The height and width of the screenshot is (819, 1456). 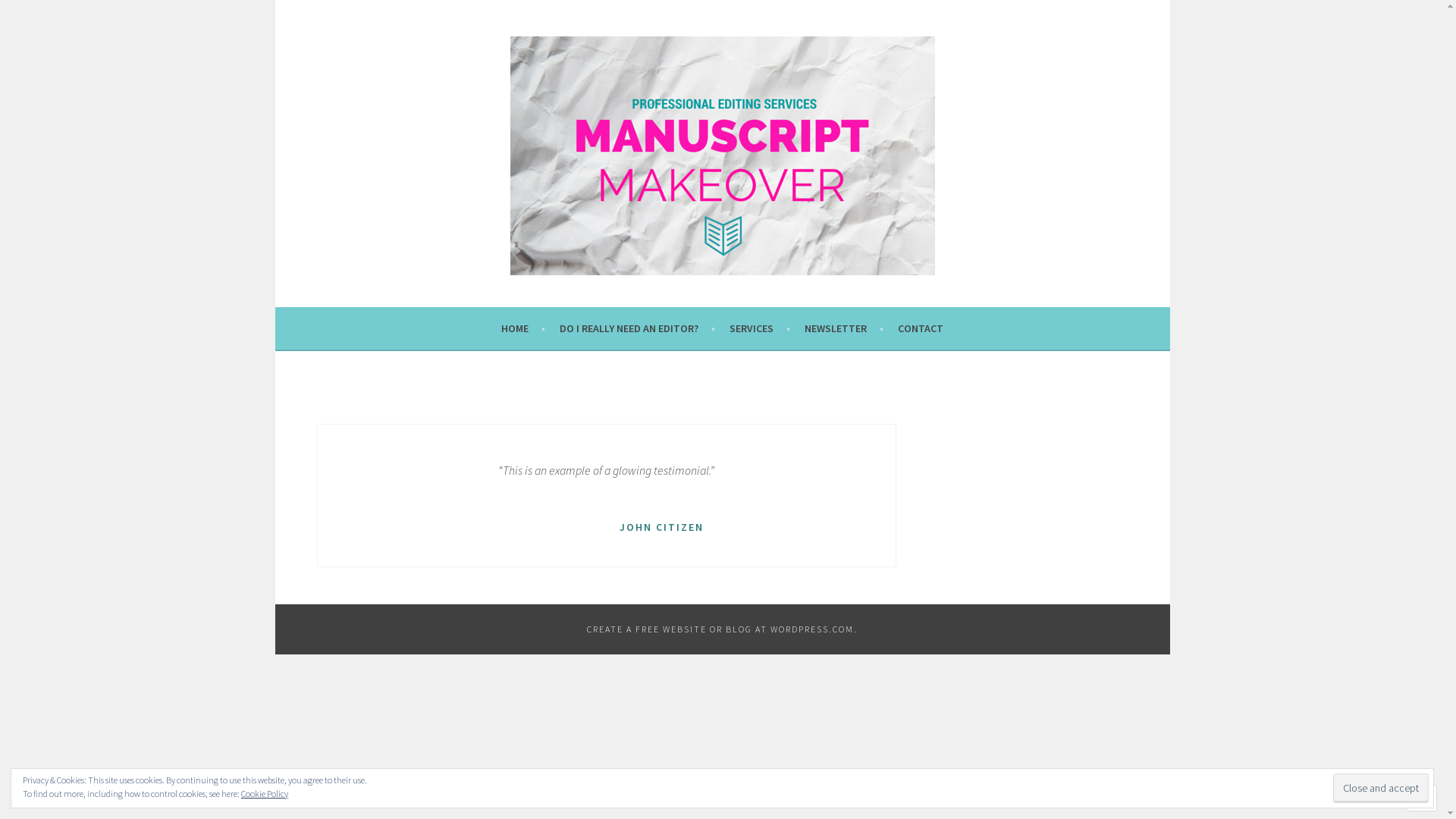 What do you see at coordinates (265, 792) in the screenshot?
I see `'Cookie Policy'` at bounding box center [265, 792].